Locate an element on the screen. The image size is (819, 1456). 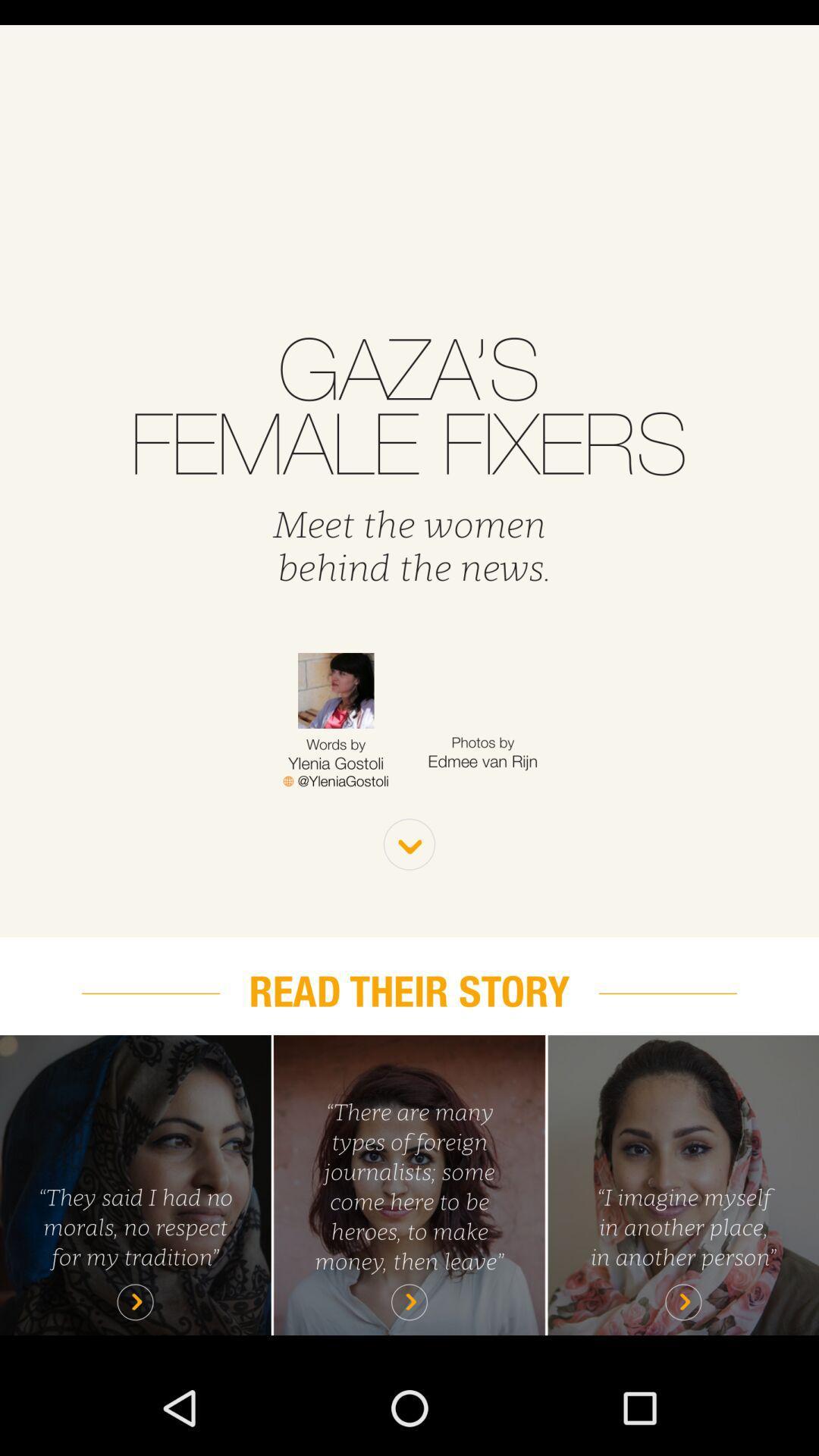
the expand_more icon is located at coordinates (409, 903).